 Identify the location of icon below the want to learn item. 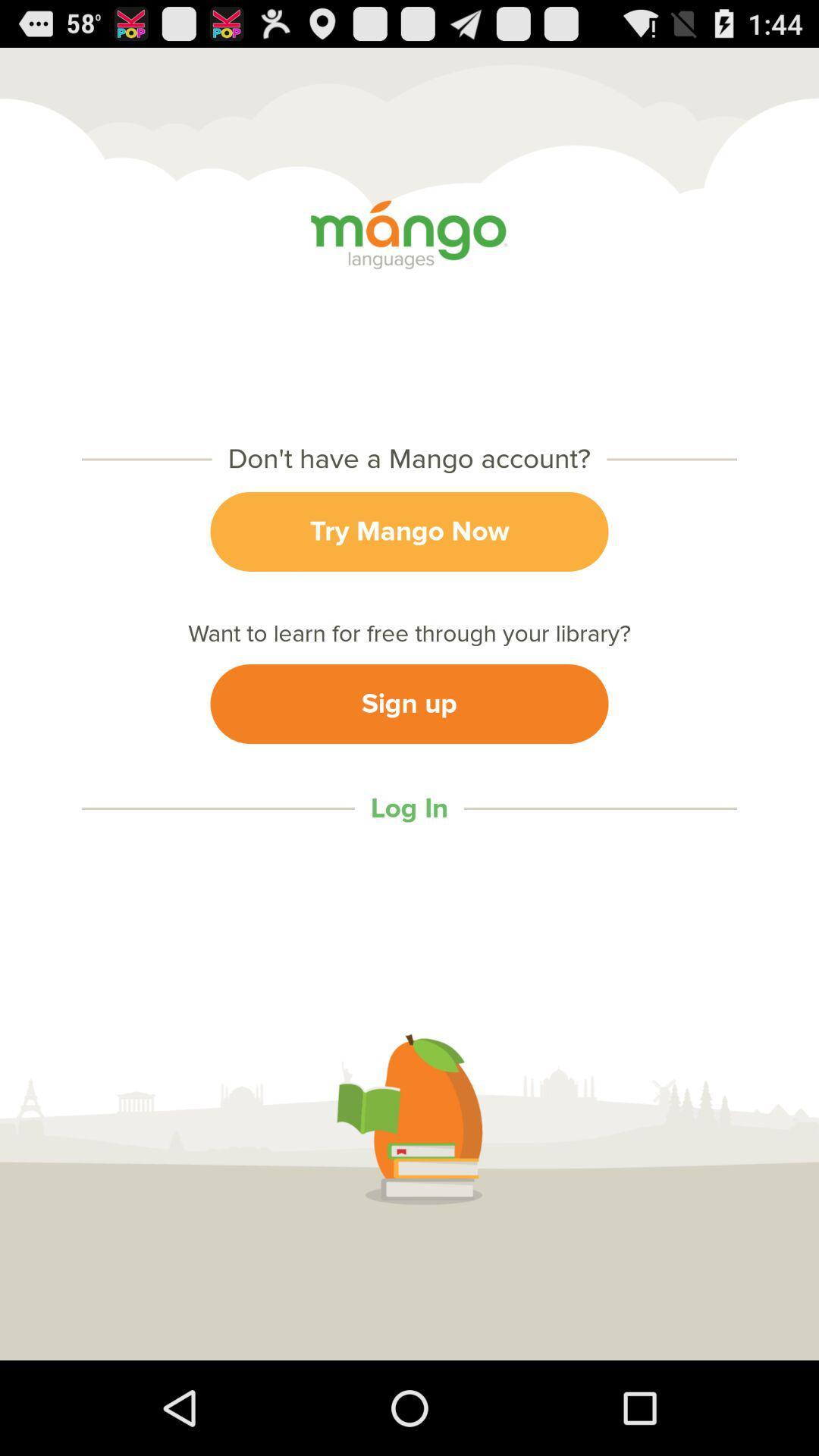
(409, 703).